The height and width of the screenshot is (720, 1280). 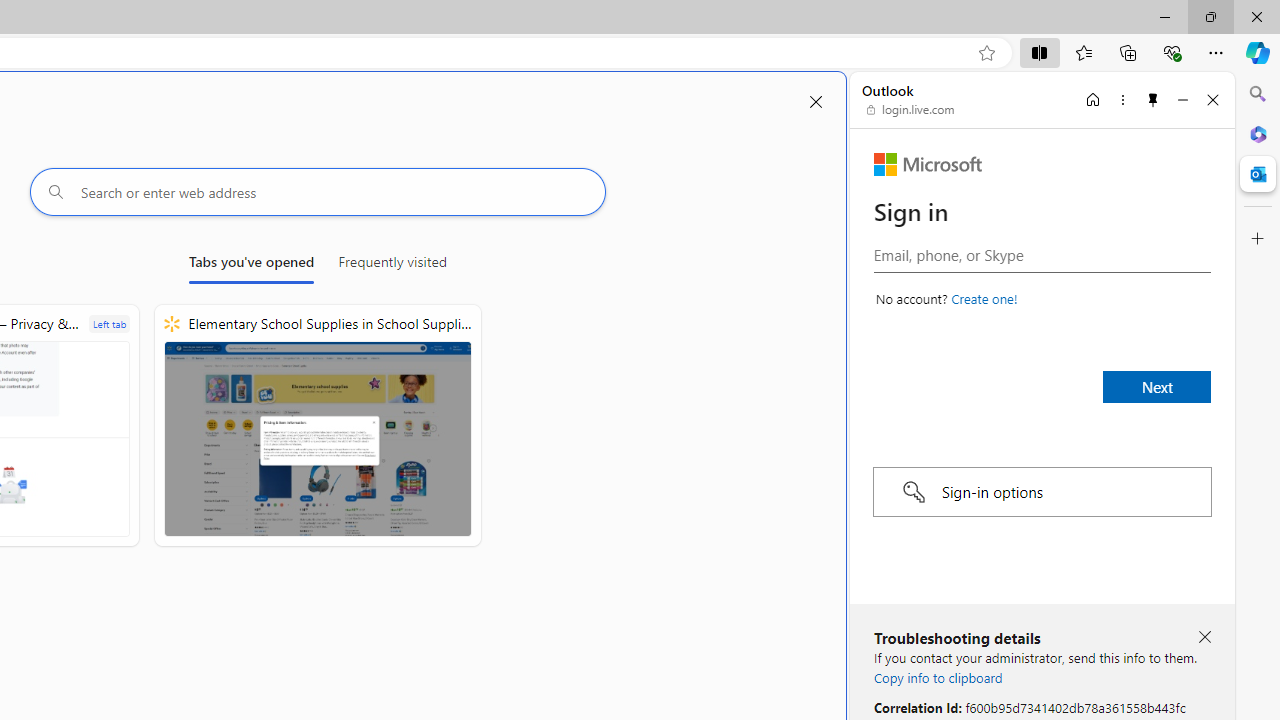 What do you see at coordinates (1257, 133) in the screenshot?
I see `'Microsoft 365'` at bounding box center [1257, 133].